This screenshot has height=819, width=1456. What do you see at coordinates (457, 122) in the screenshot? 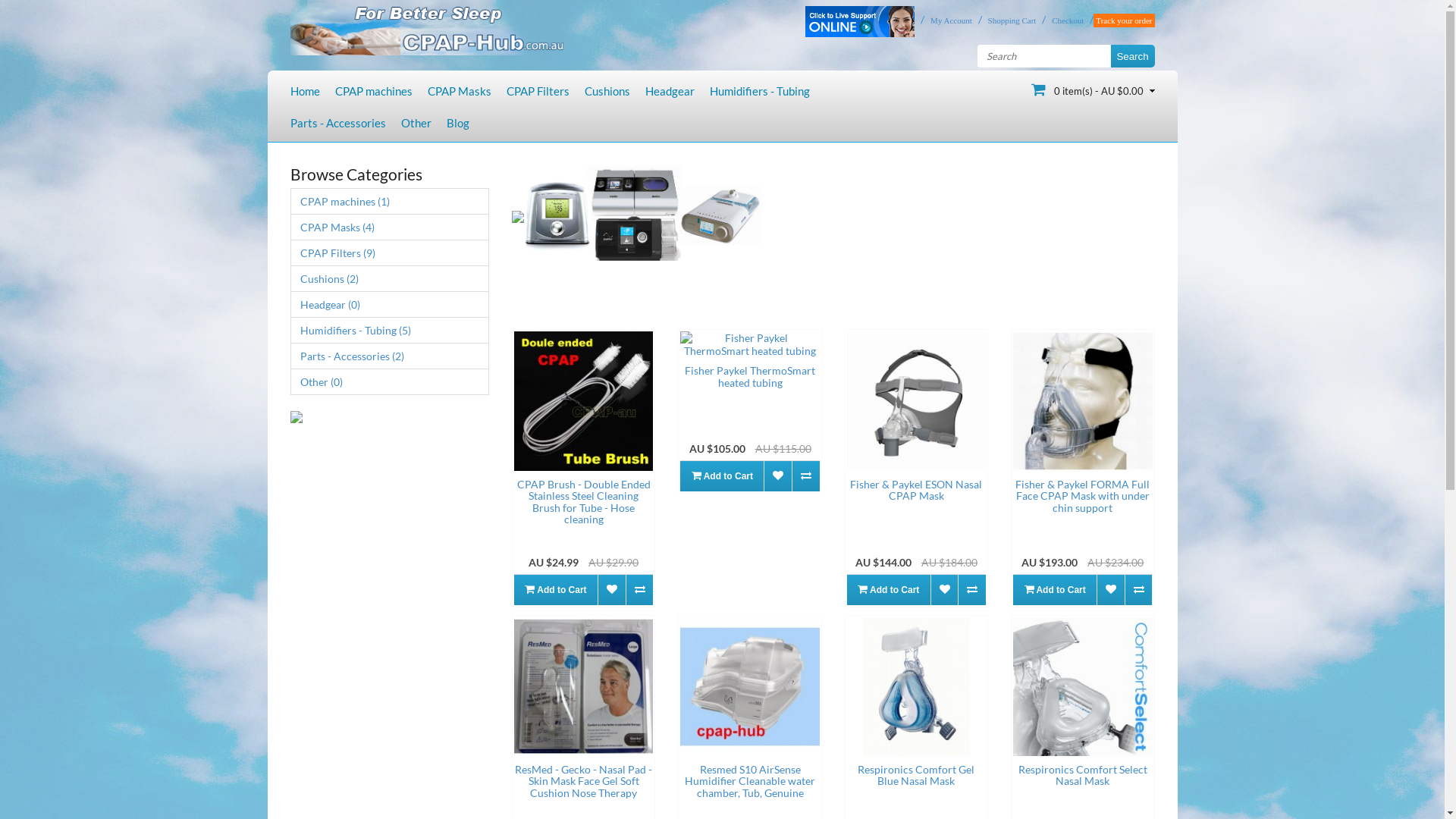
I see `'Blog'` at bounding box center [457, 122].